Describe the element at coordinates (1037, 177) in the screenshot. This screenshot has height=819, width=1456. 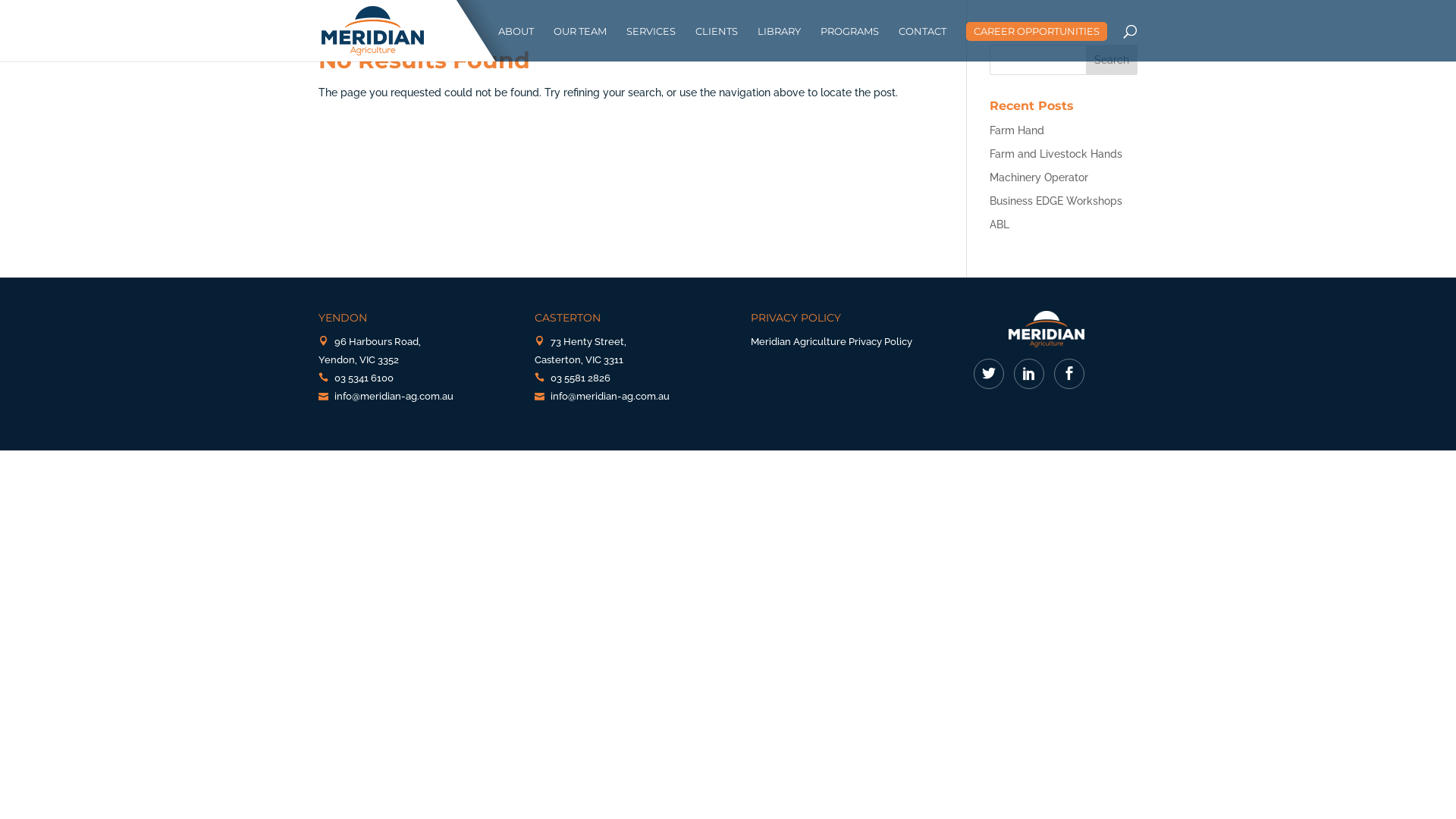
I see `'Machinery Operator'` at that location.